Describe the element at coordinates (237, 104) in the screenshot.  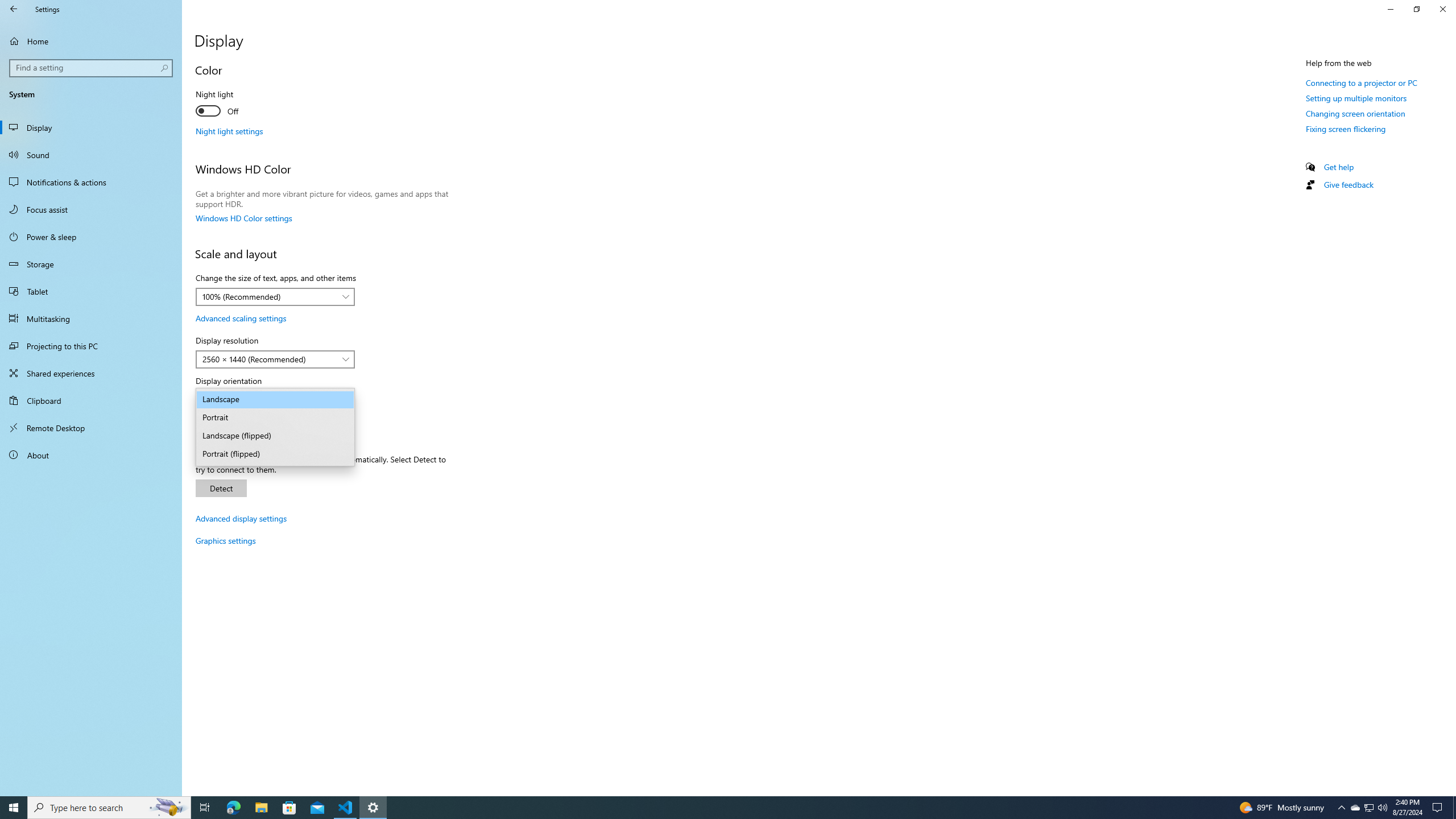
I see `'Night light'` at that location.